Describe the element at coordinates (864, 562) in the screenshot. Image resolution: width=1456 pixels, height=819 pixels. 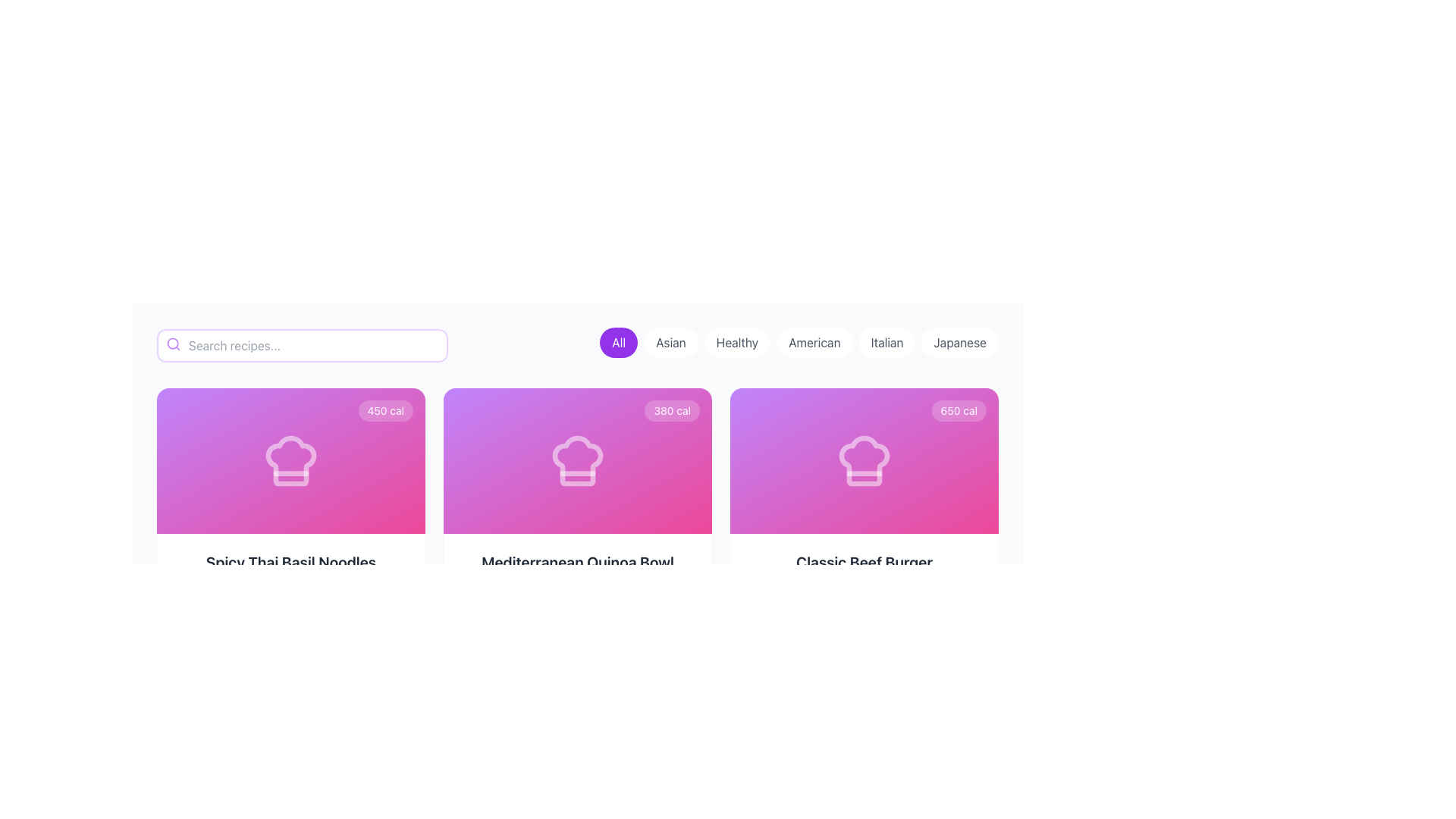
I see `the text label for 'Classic Beef Burger' positioned at the center-bottom of its recipe card, directly beneath the associated food image` at that location.